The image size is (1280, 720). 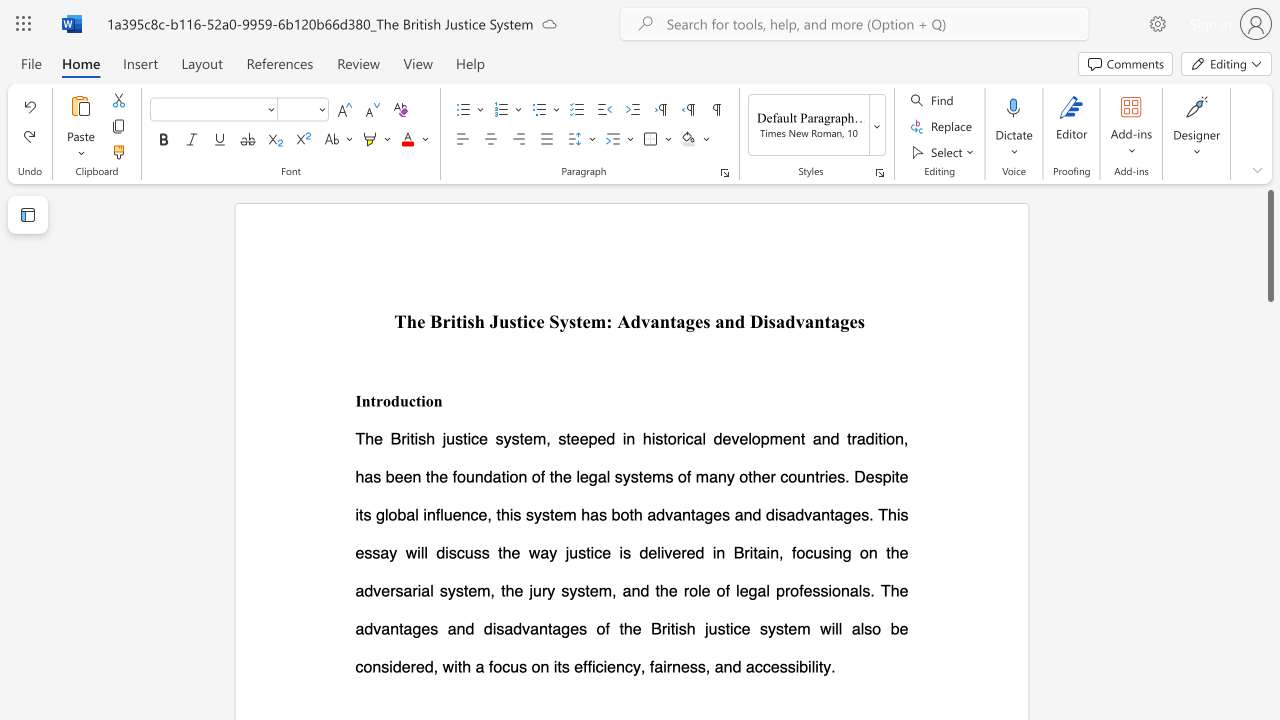 What do you see at coordinates (1269, 518) in the screenshot?
I see `the scrollbar to move the page down` at bounding box center [1269, 518].